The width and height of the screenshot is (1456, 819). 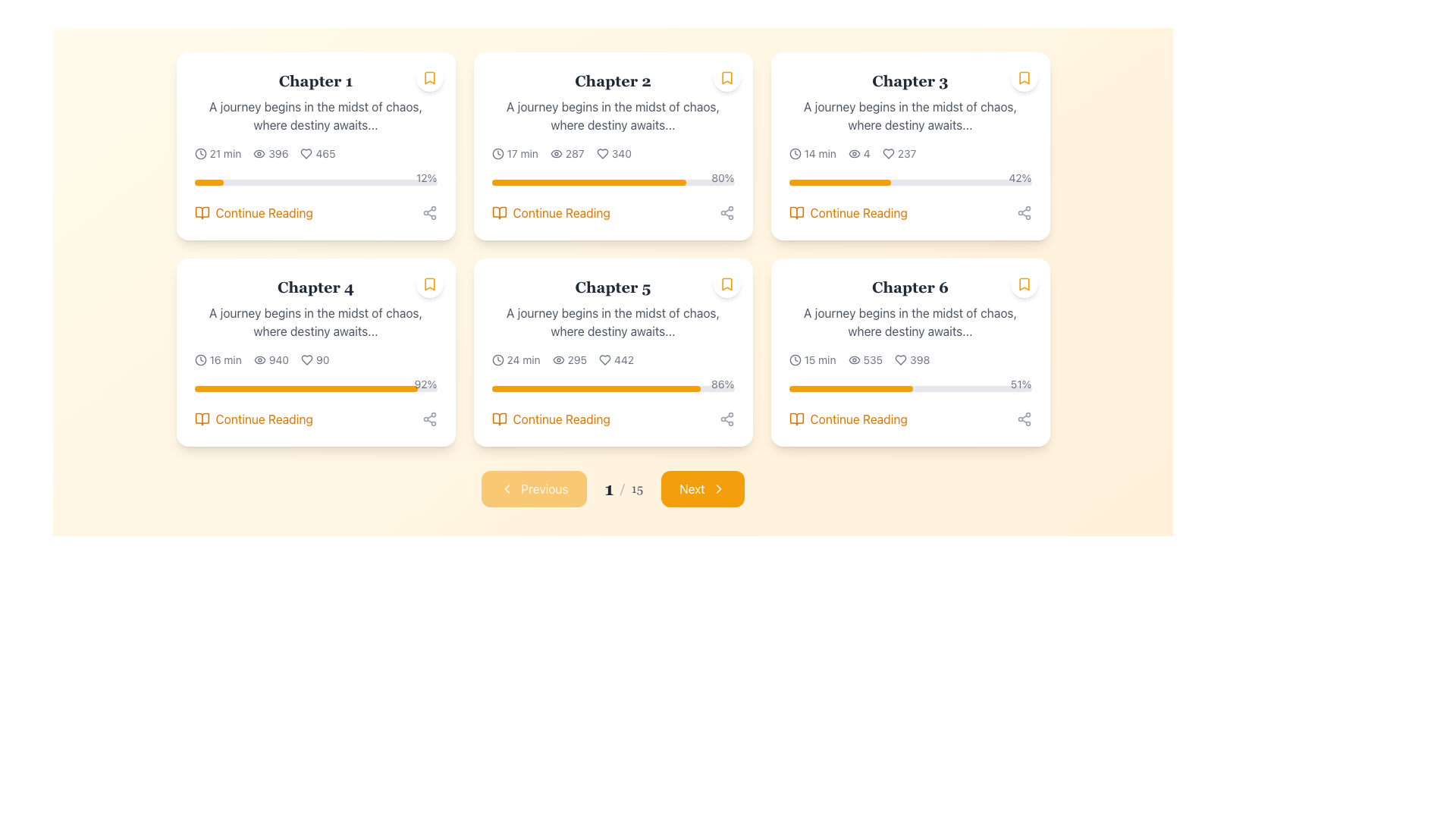 What do you see at coordinates (278, 154) in the screenshot?
I see `the text label displaying the number '396', which is styled in grey and located to the right of an eye icon within a compact row of elements under the 'Chapter 1' card` at bounding box center [278, 154].